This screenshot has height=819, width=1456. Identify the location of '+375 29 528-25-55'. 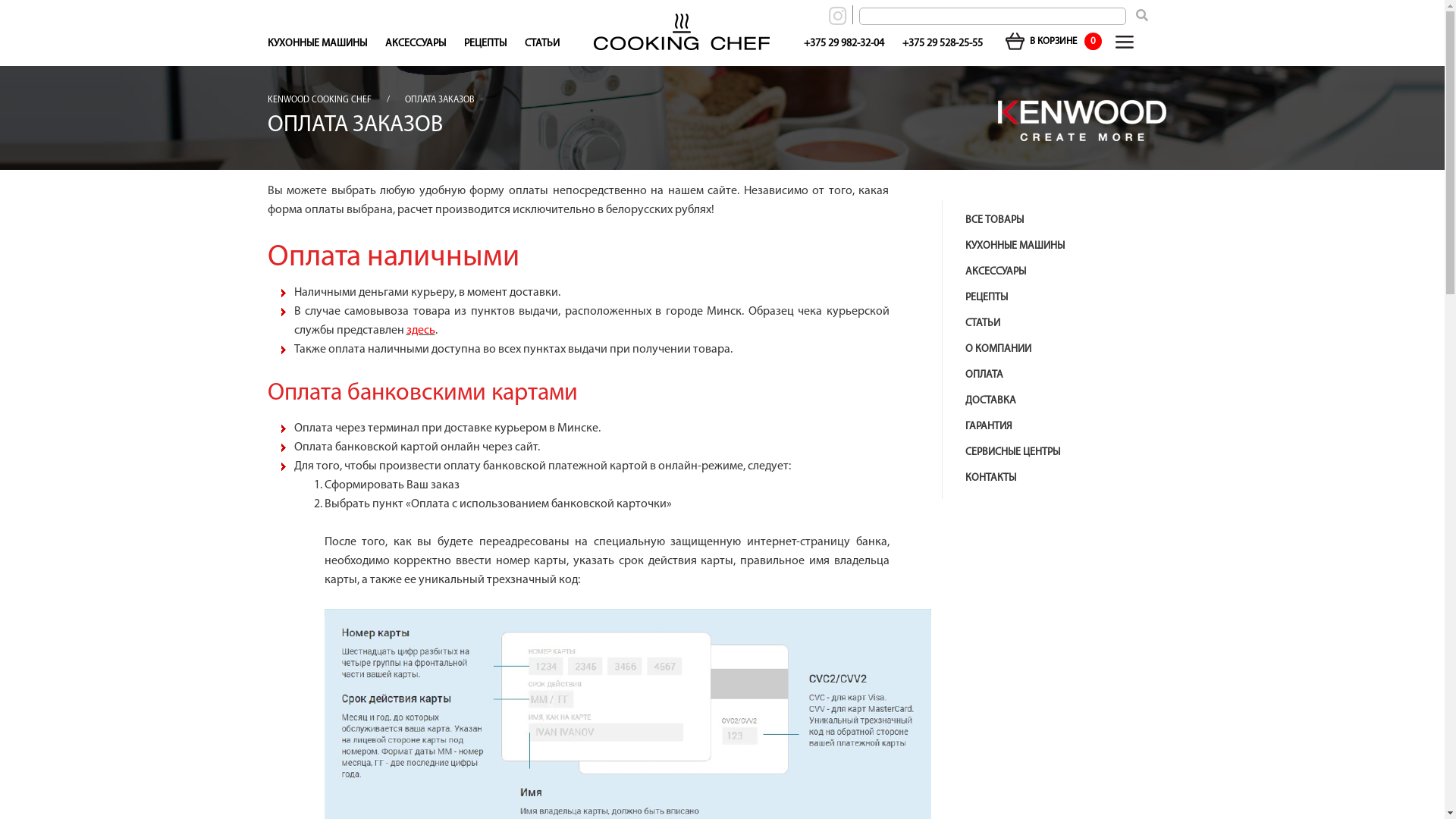
(893, 42).